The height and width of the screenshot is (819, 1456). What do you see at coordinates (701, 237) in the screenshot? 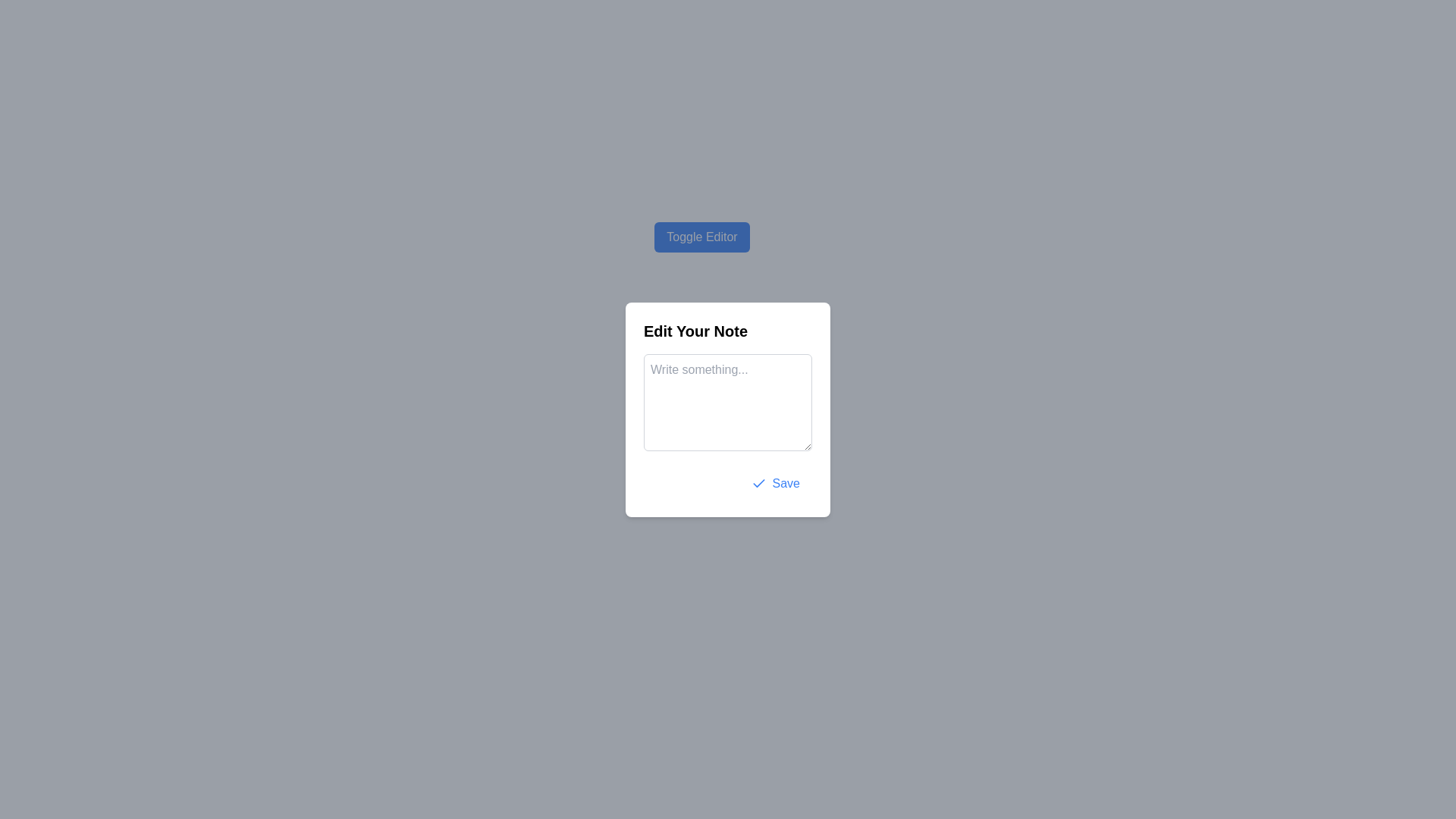
I see `the 'Toggle Editor' button, which is a rectangular button with rounded edges and a blue background` at bounding box center [701, 237].